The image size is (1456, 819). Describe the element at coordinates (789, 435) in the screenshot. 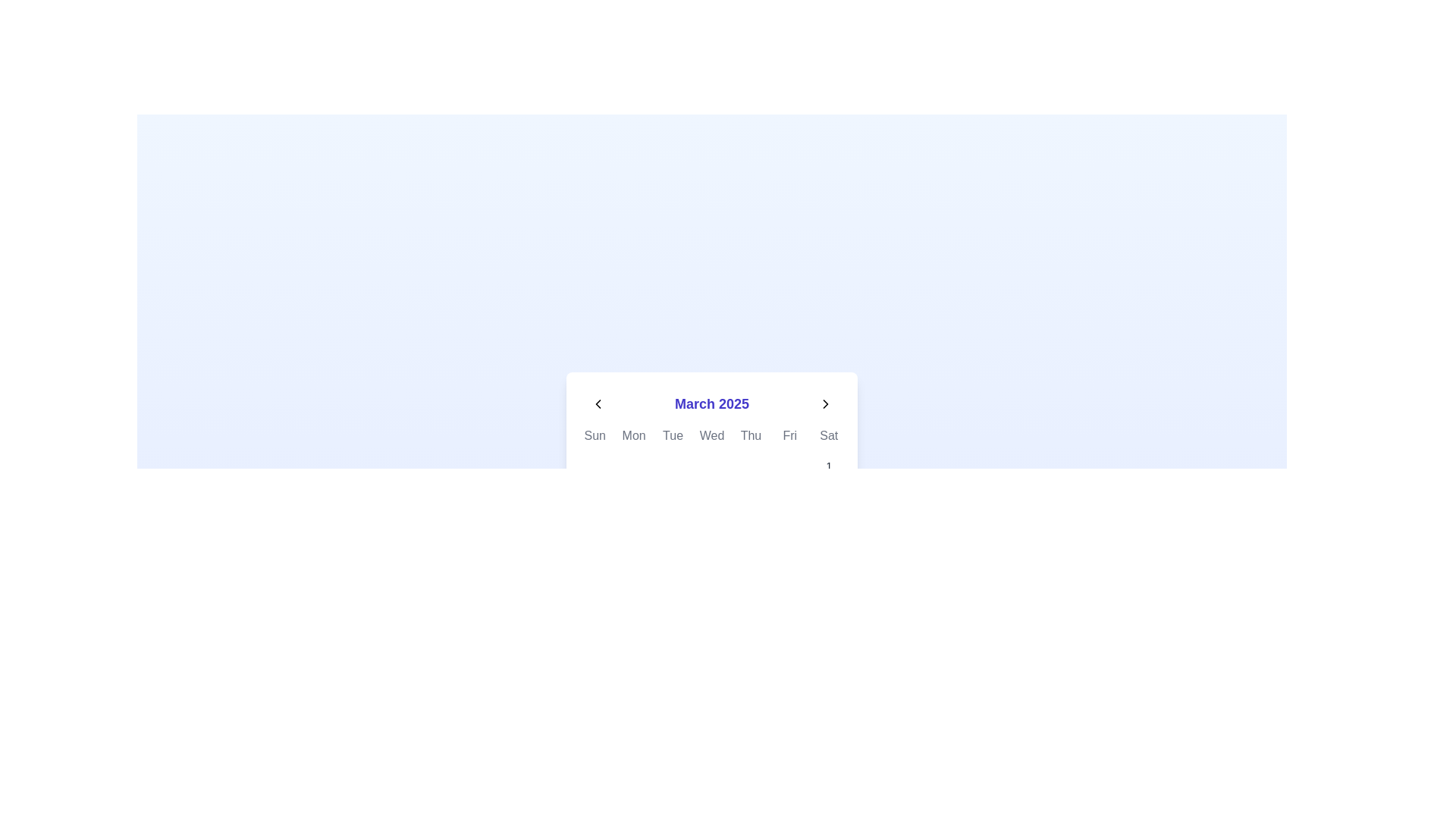

I see `the text label displaying 'Fri' in gray color, which is the sixth item in the row of day abbreviations at the top of the date picker` at that location.